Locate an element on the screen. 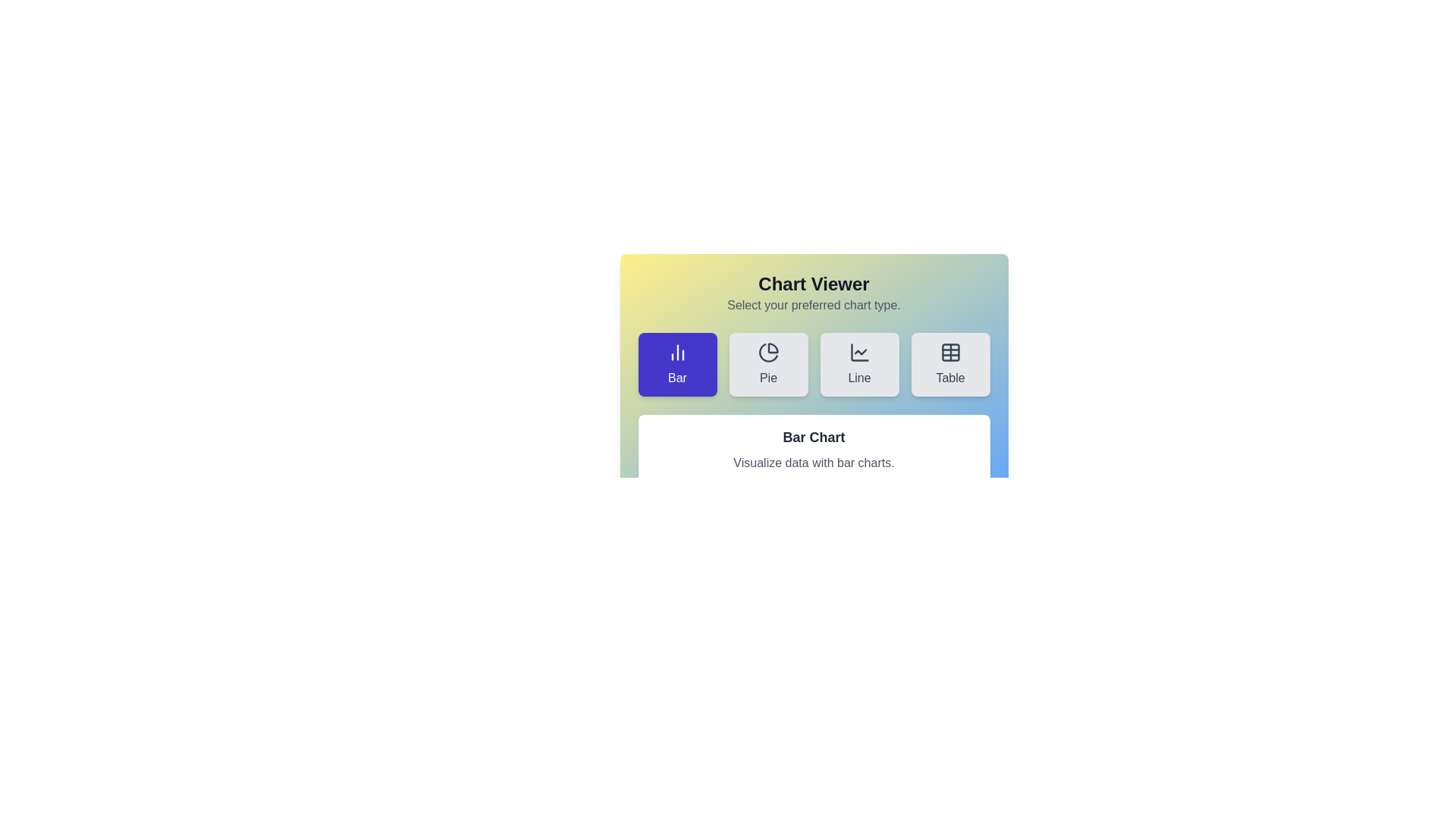 Image resolution: width=1456 pixels, height=819 pixels. text of the Header/Text Label that serves as a section title for the content about bar charts, positioned above the text 'Visualize data with bar charts.' is located at coordinates (813, 438).